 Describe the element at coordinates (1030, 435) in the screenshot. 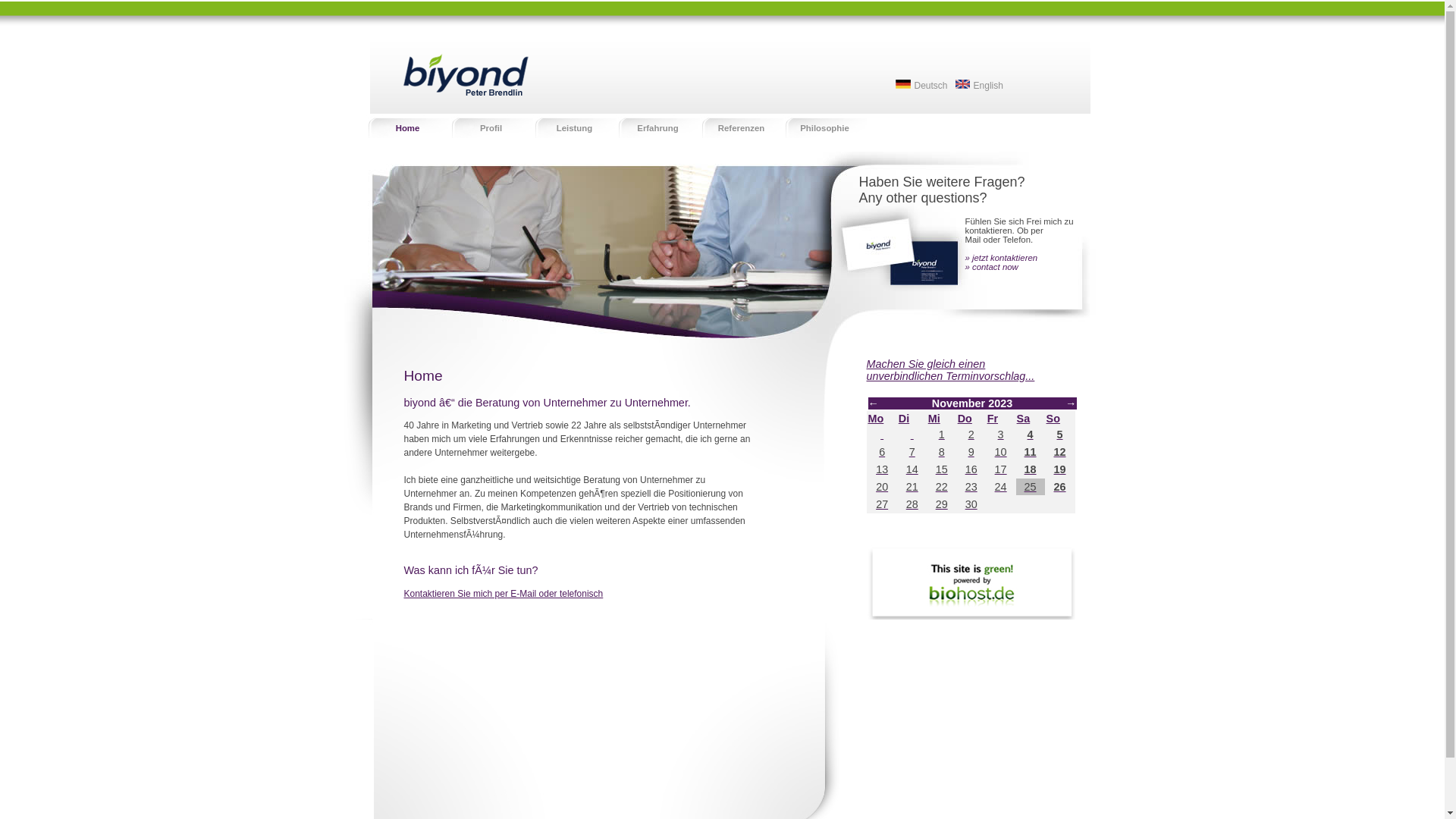

I see `'4'` at that location.